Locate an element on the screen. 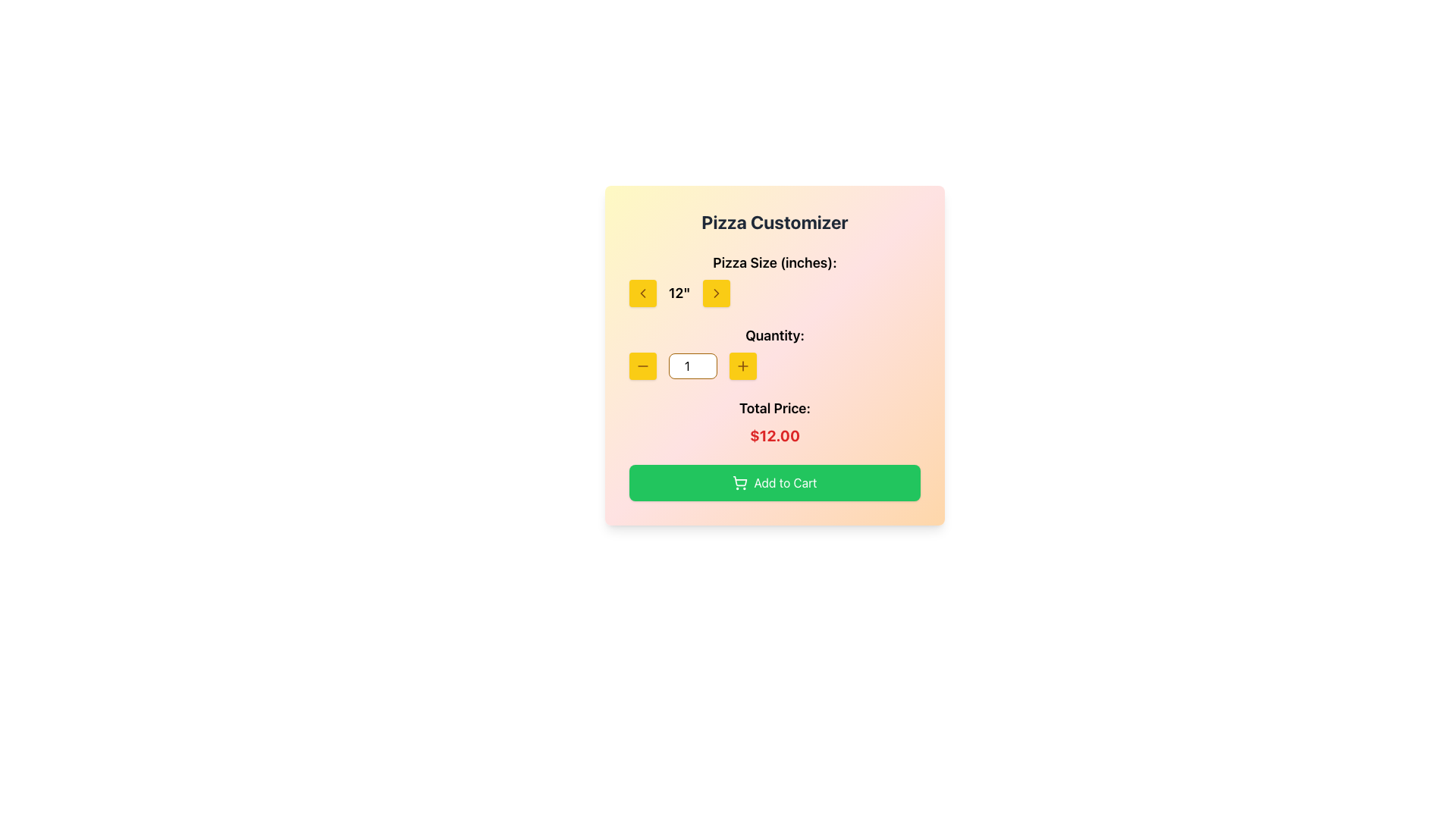 Image resolution: width=1456 pixels, height=819 pixels. the fourth button in the horizontal arrangement that increments the quantity displayed in the preceding input box is located at coordinates (742, 366).